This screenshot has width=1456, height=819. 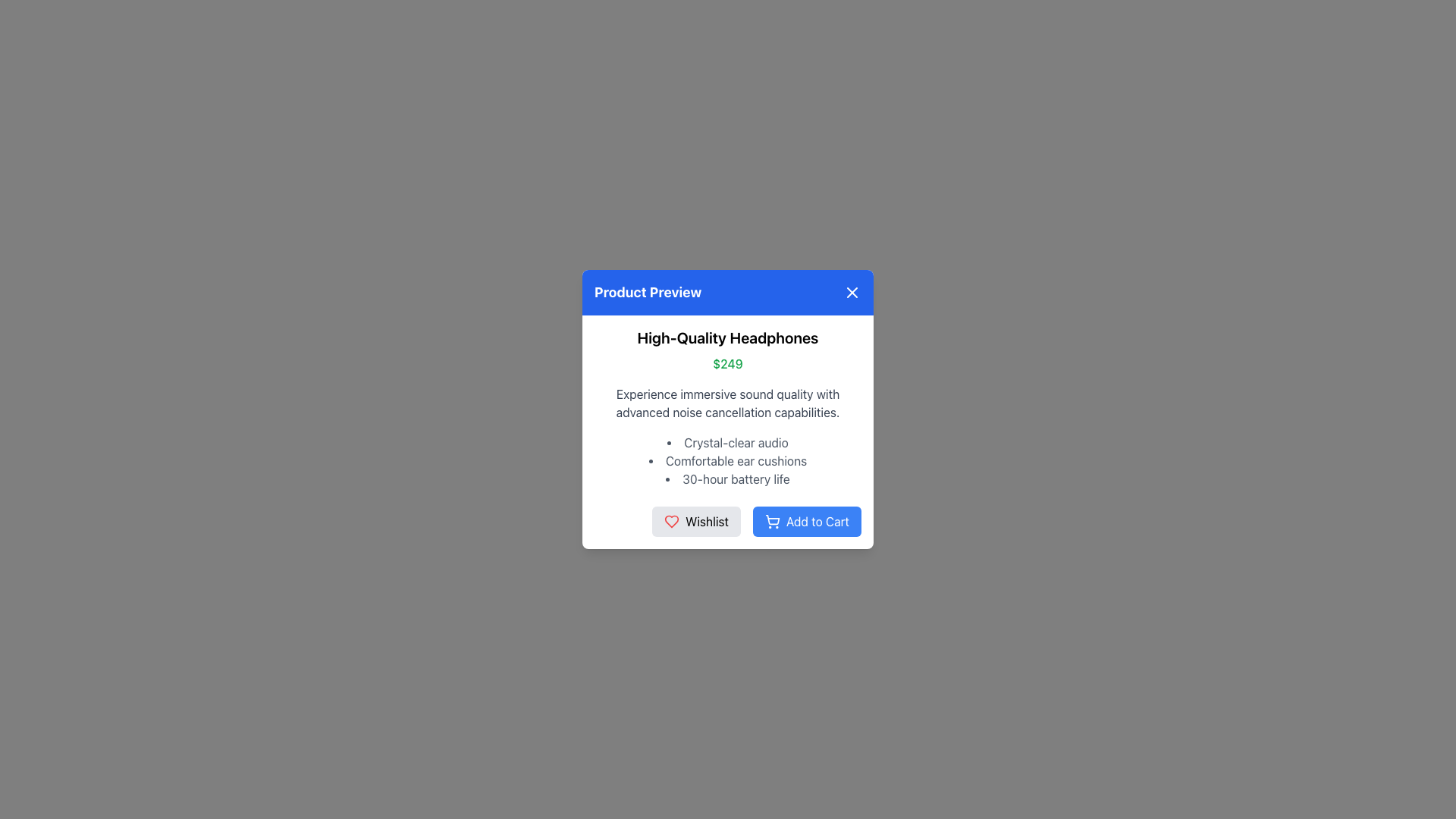 What do you see at coordinates (772, 520) in the screenshot?
I see `the 'Add to Cart' icon located to the left of the 'Add to Cart' label text in the lower-right section of the modal window` at bounding box center [772, 520].